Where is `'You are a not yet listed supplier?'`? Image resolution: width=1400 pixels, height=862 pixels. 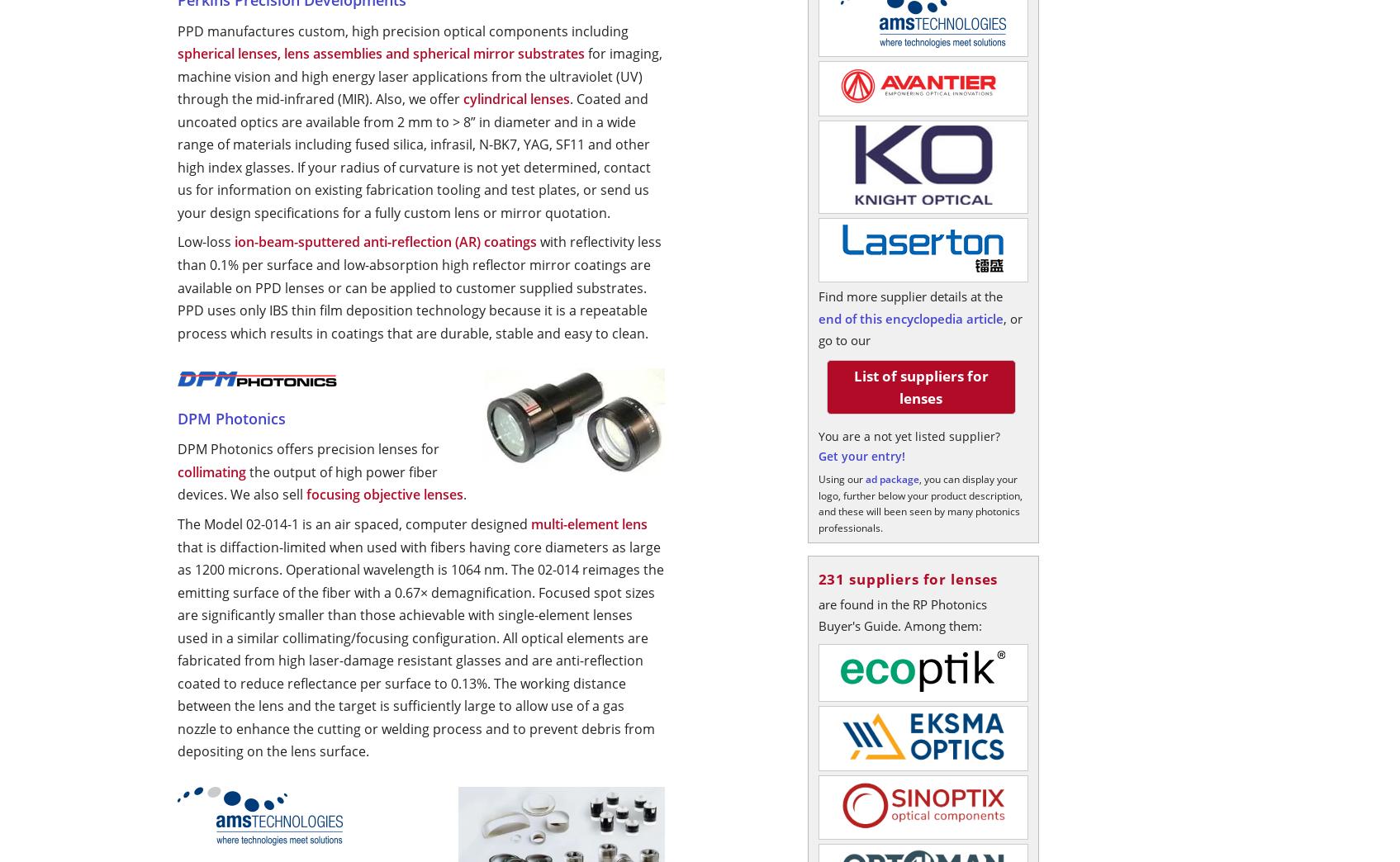
'You are a not yet listed supplier?' is located at coordinates (909, 435).